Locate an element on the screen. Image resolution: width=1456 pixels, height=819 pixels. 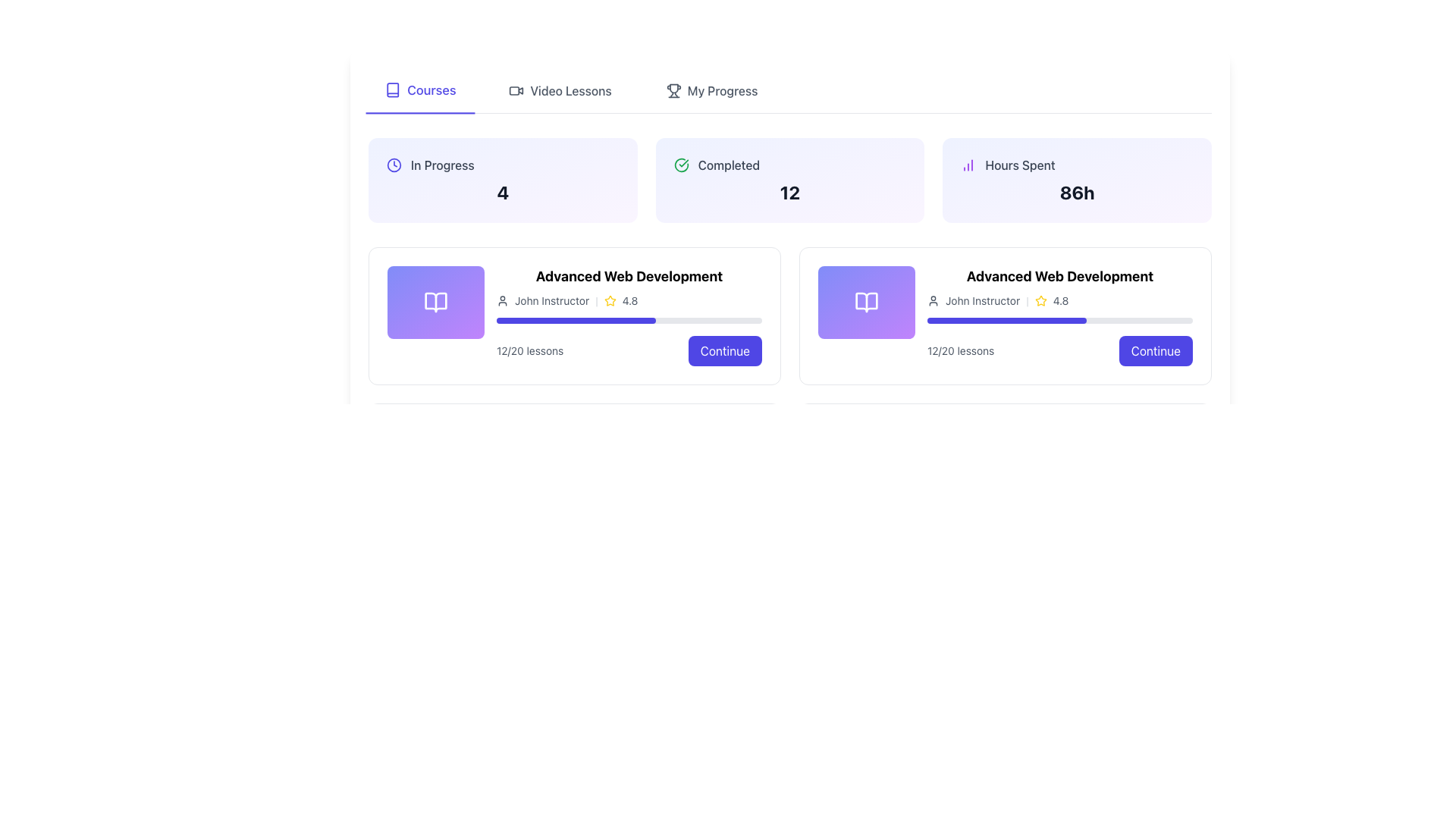
the progress value displayed in the text element located under the 'Advanced Web Development' section, below the progress bar and to the left of the 'Continue' button is located at coordinates (960, 350).